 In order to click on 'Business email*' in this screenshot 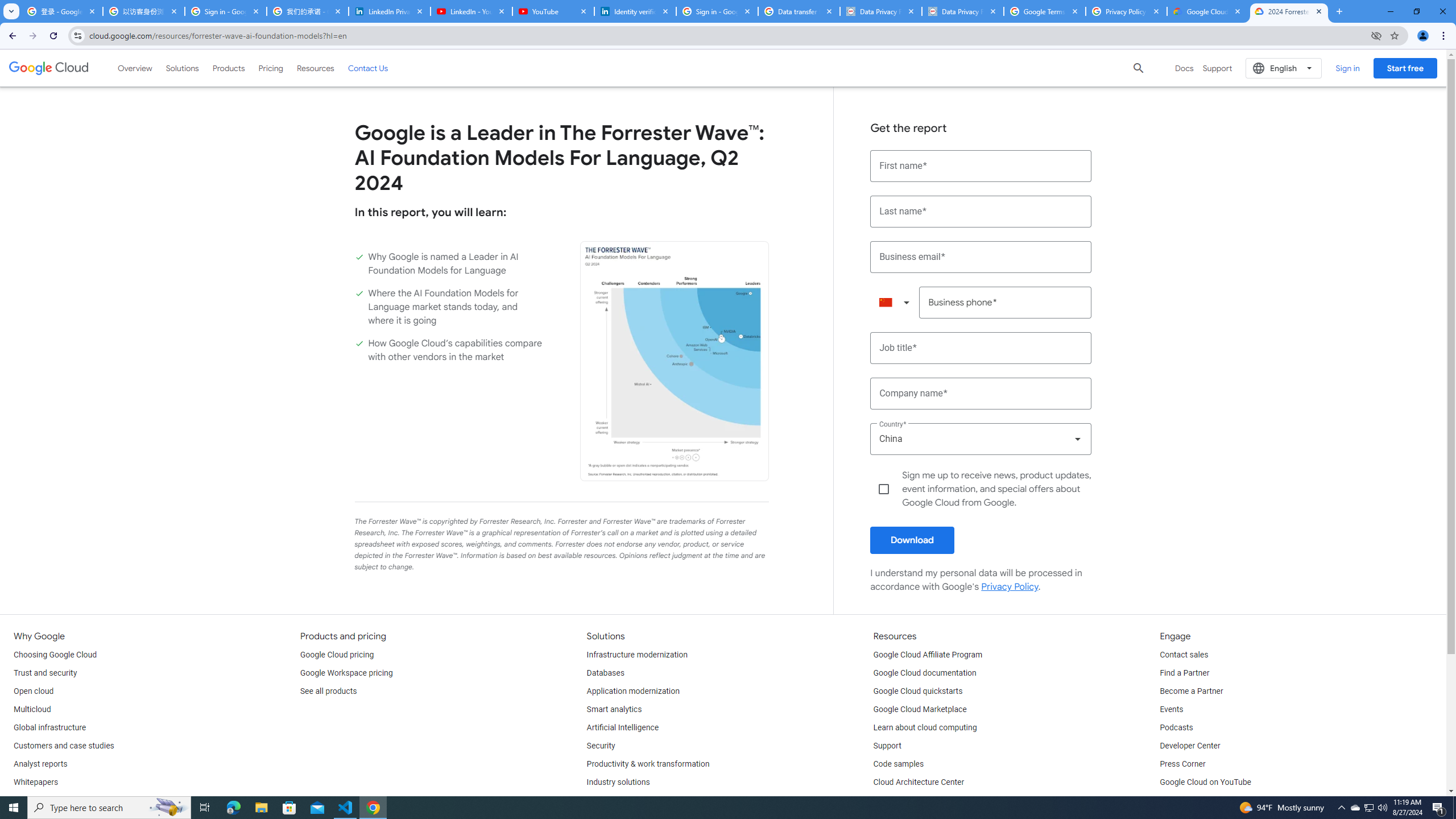, I will do `click(981, 257)`.